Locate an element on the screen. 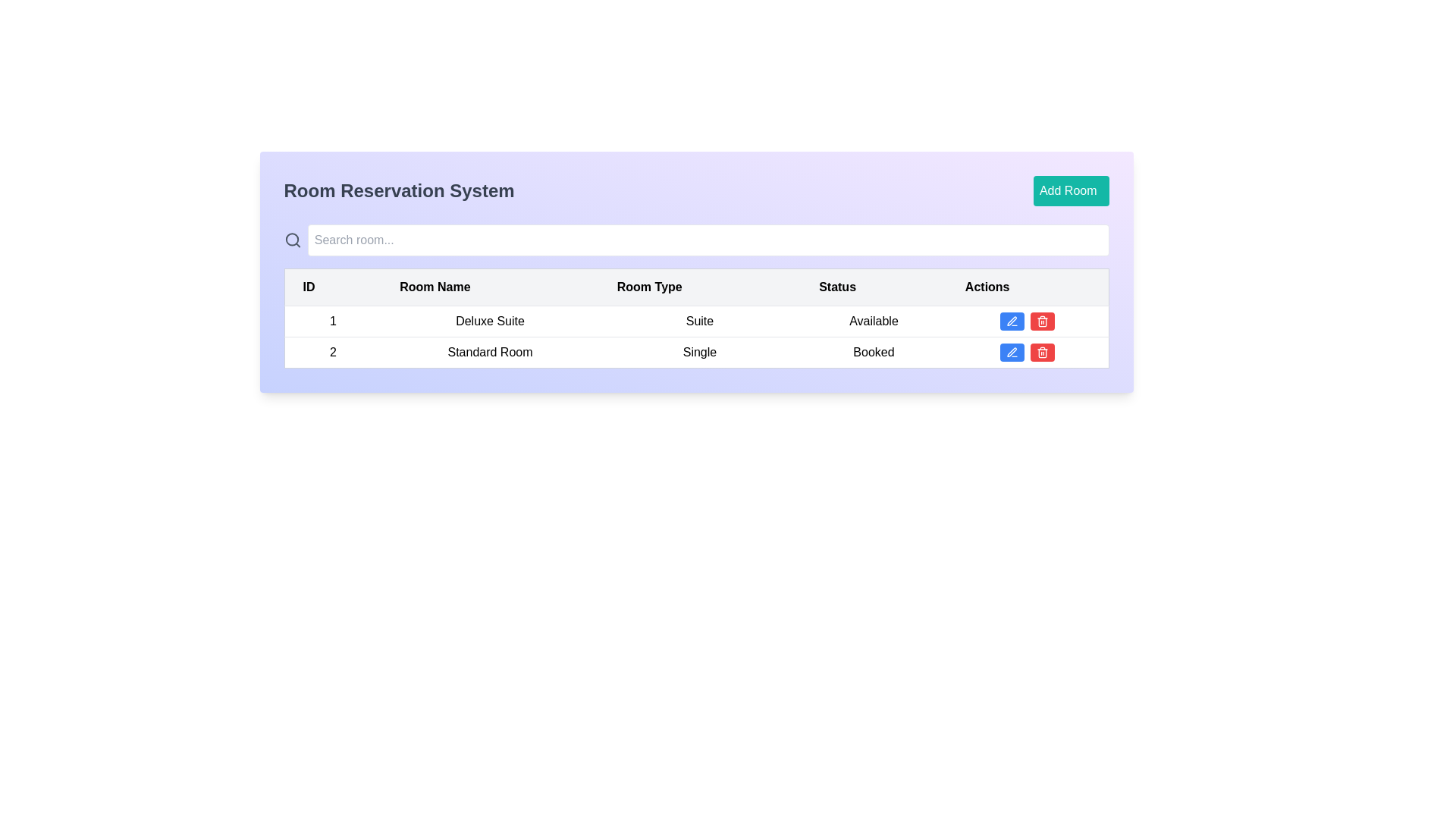 The height and width of the screenshot is (819, 1456). the 'Edit' icon button located in the 'Actions' column of the second row of the room list table is located at coordinates (1012, 321).